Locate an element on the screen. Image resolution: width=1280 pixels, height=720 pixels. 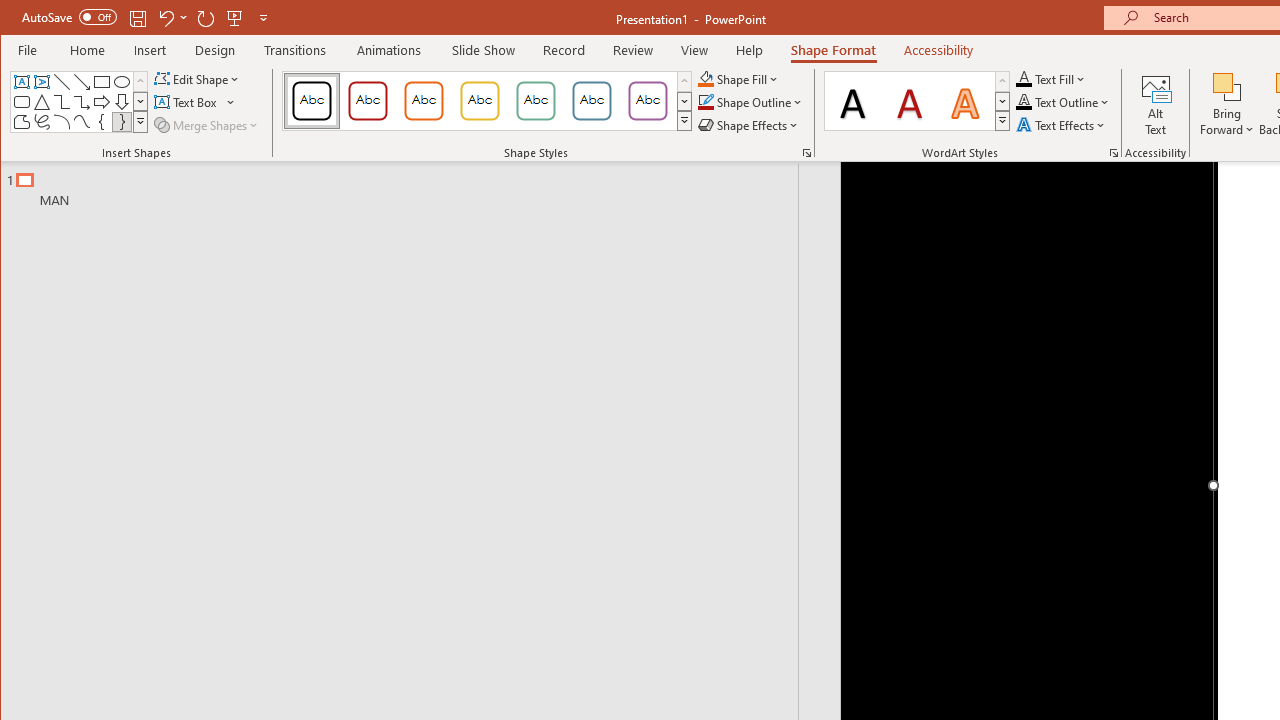
'Colored Outline - Dark Red, Accent 1' is located at coordinates (368, 100).